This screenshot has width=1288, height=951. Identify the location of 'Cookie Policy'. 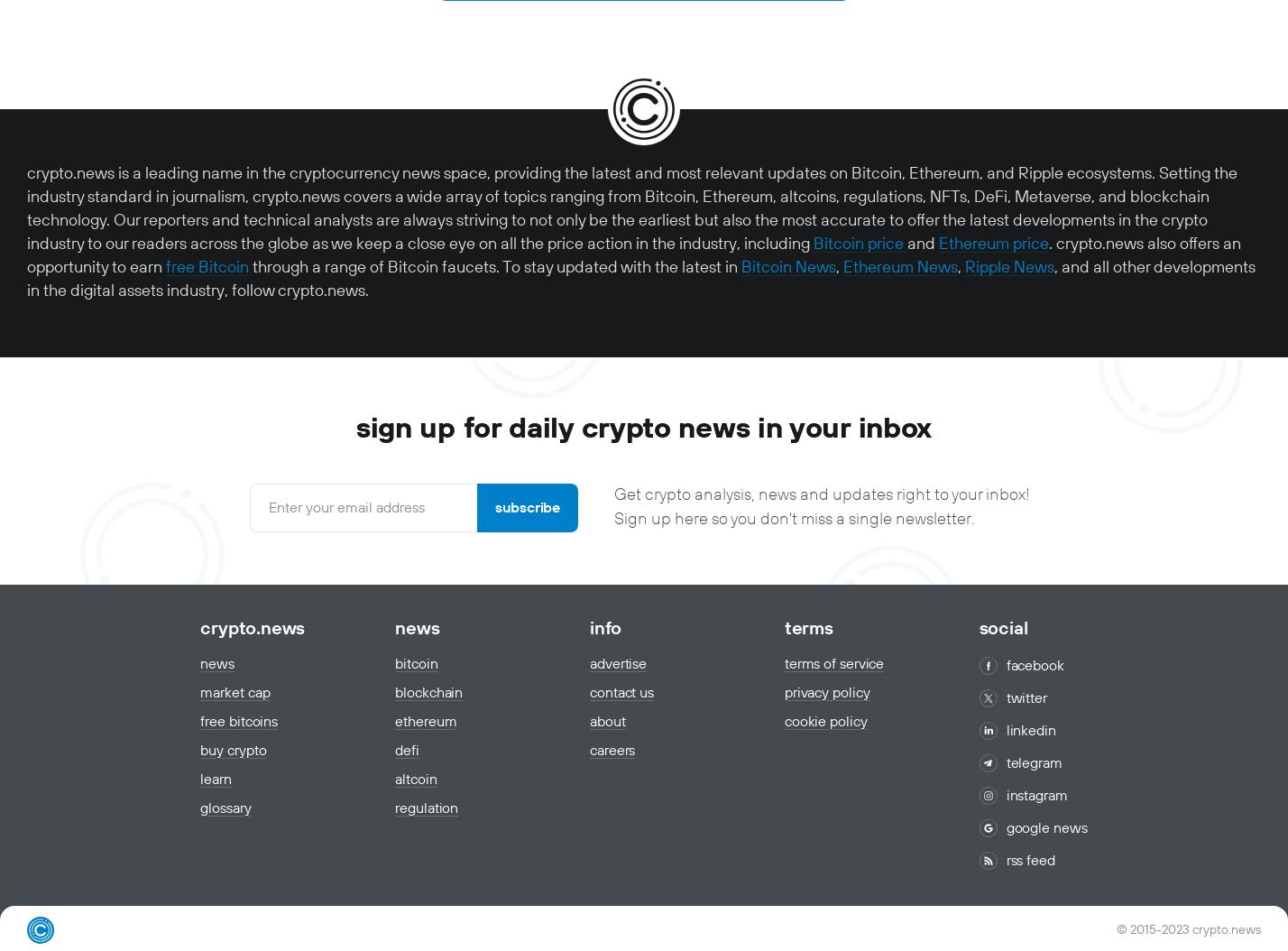
(825, 720).